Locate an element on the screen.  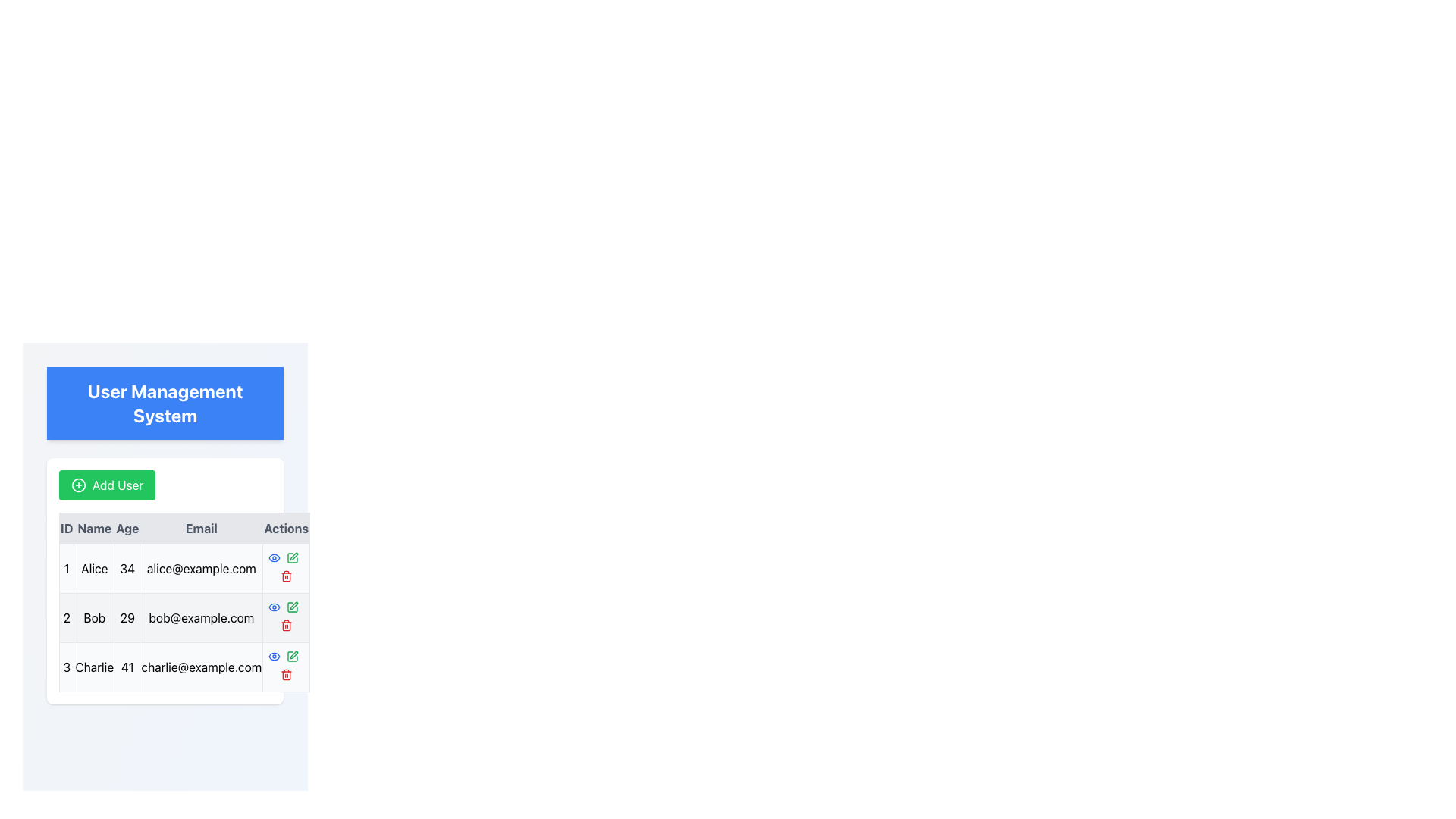
the red trash can icon in the 'Actions' column of the user management system table is located at coordinates (286, 576).